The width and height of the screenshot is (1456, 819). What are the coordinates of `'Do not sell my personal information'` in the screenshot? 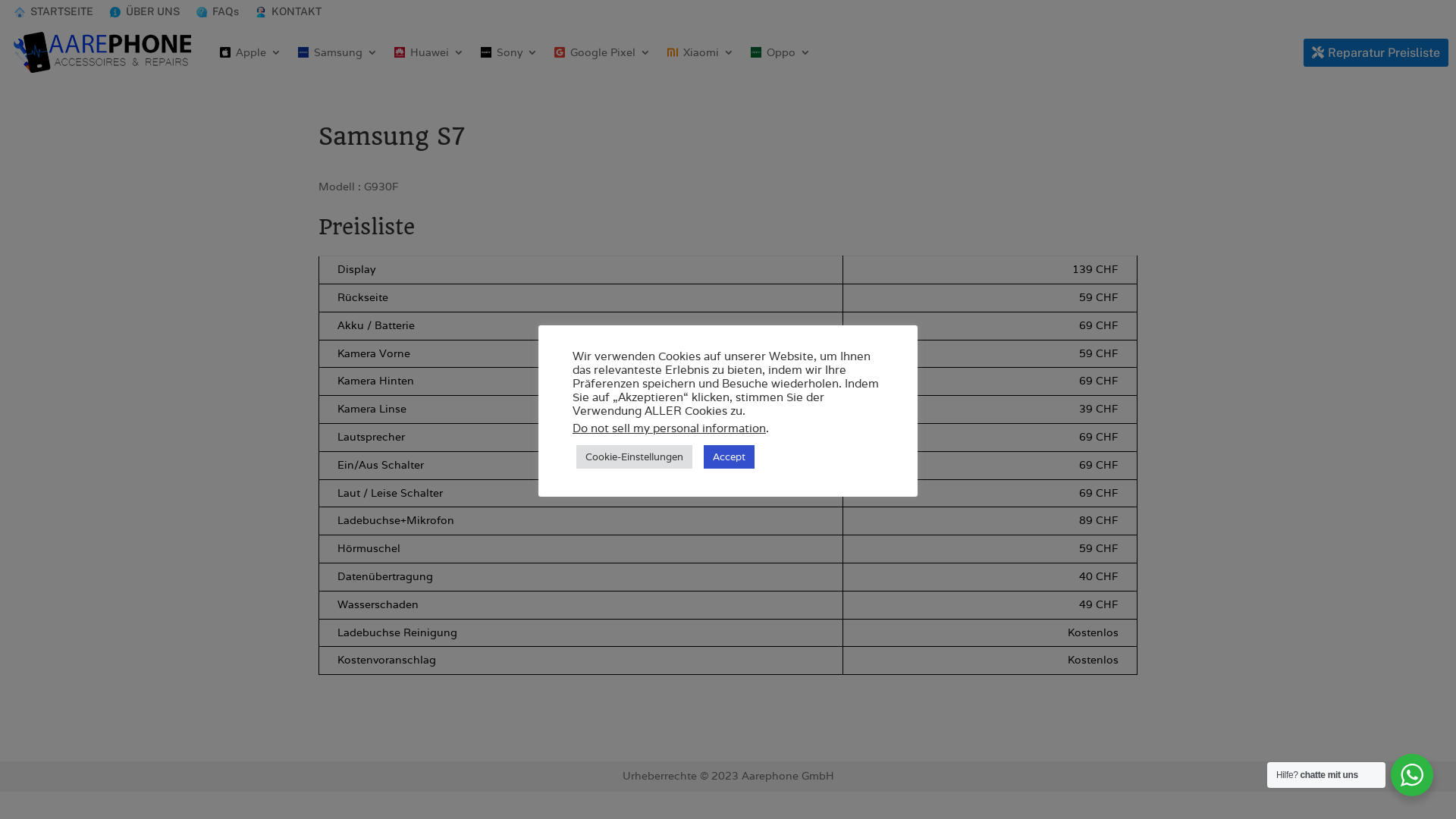 It's located at (668, 428).